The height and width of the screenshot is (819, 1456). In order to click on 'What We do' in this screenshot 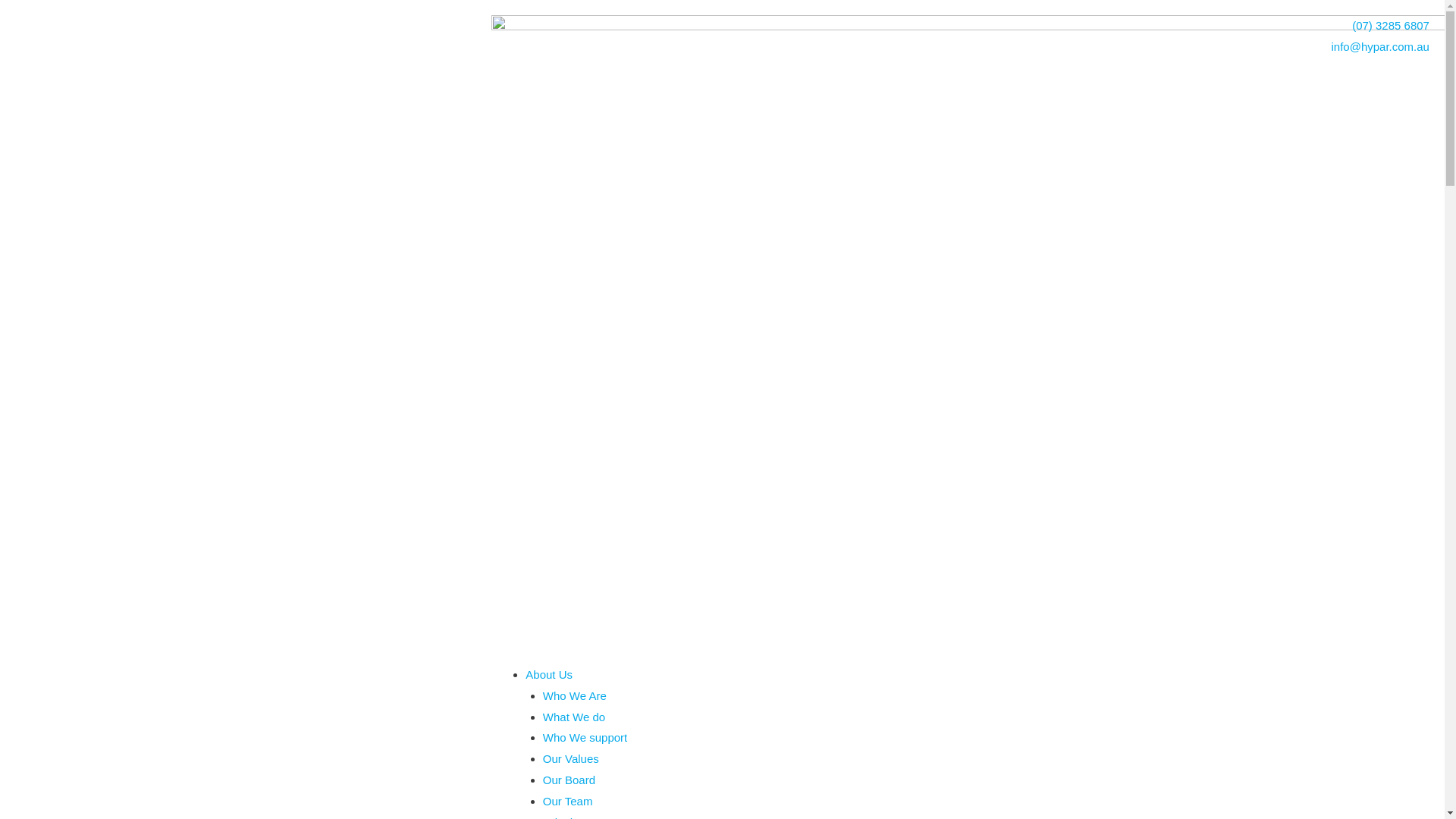, I will do `click(573, 717)`.